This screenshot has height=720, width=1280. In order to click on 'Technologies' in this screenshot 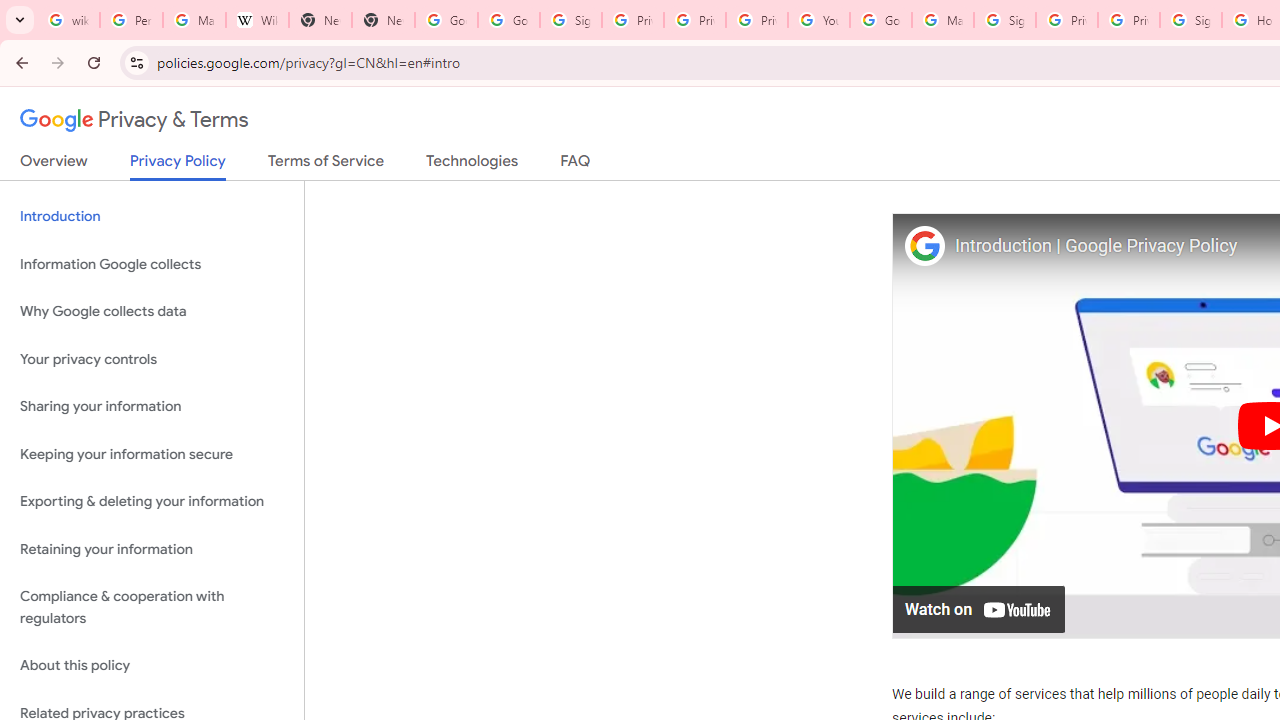, I will do `click(471, 164)`.